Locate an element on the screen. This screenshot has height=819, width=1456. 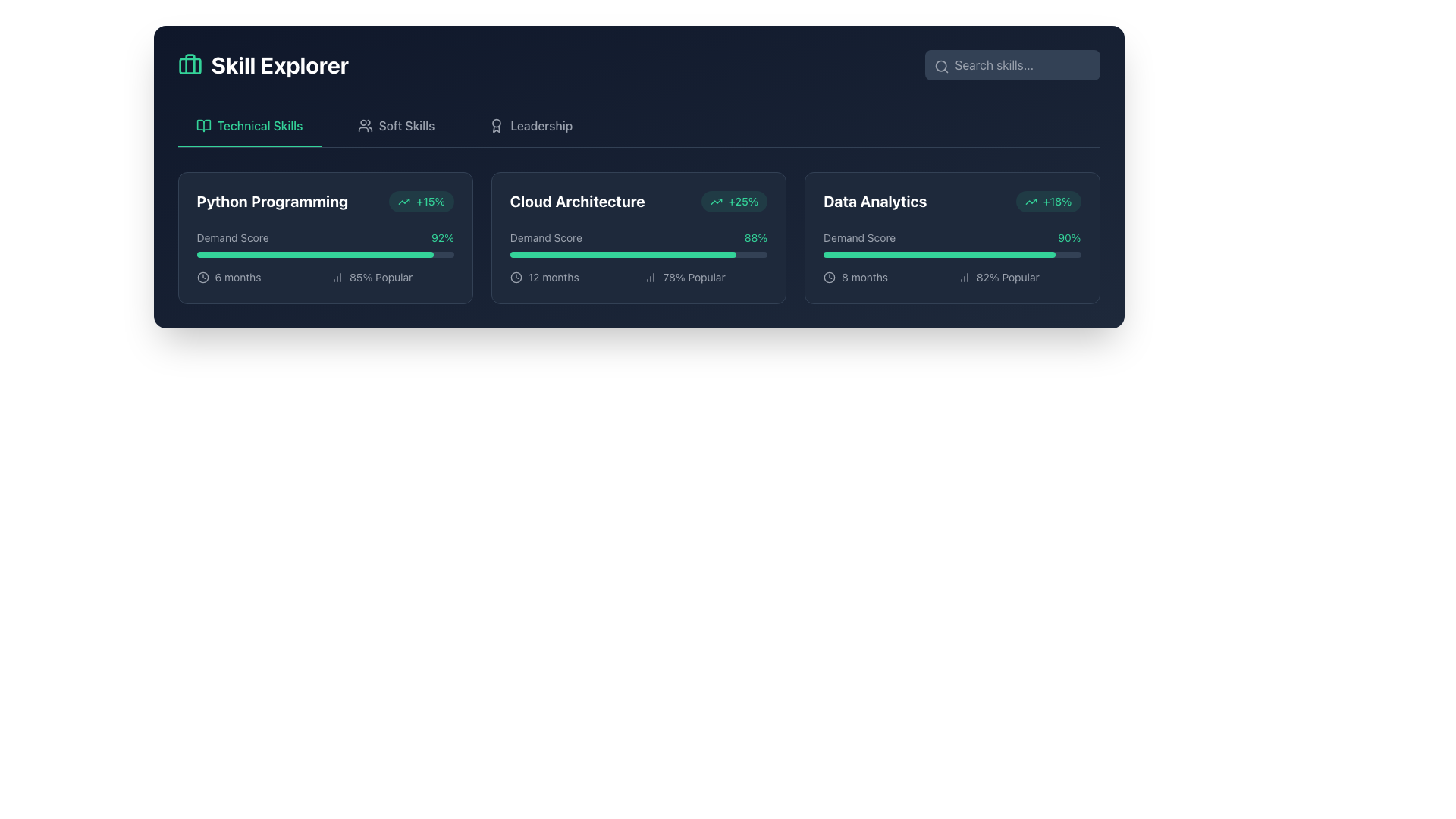
the middle vertical section of the briefcase handle icon located at the top left of the interface is located at coordinates (189, 63).